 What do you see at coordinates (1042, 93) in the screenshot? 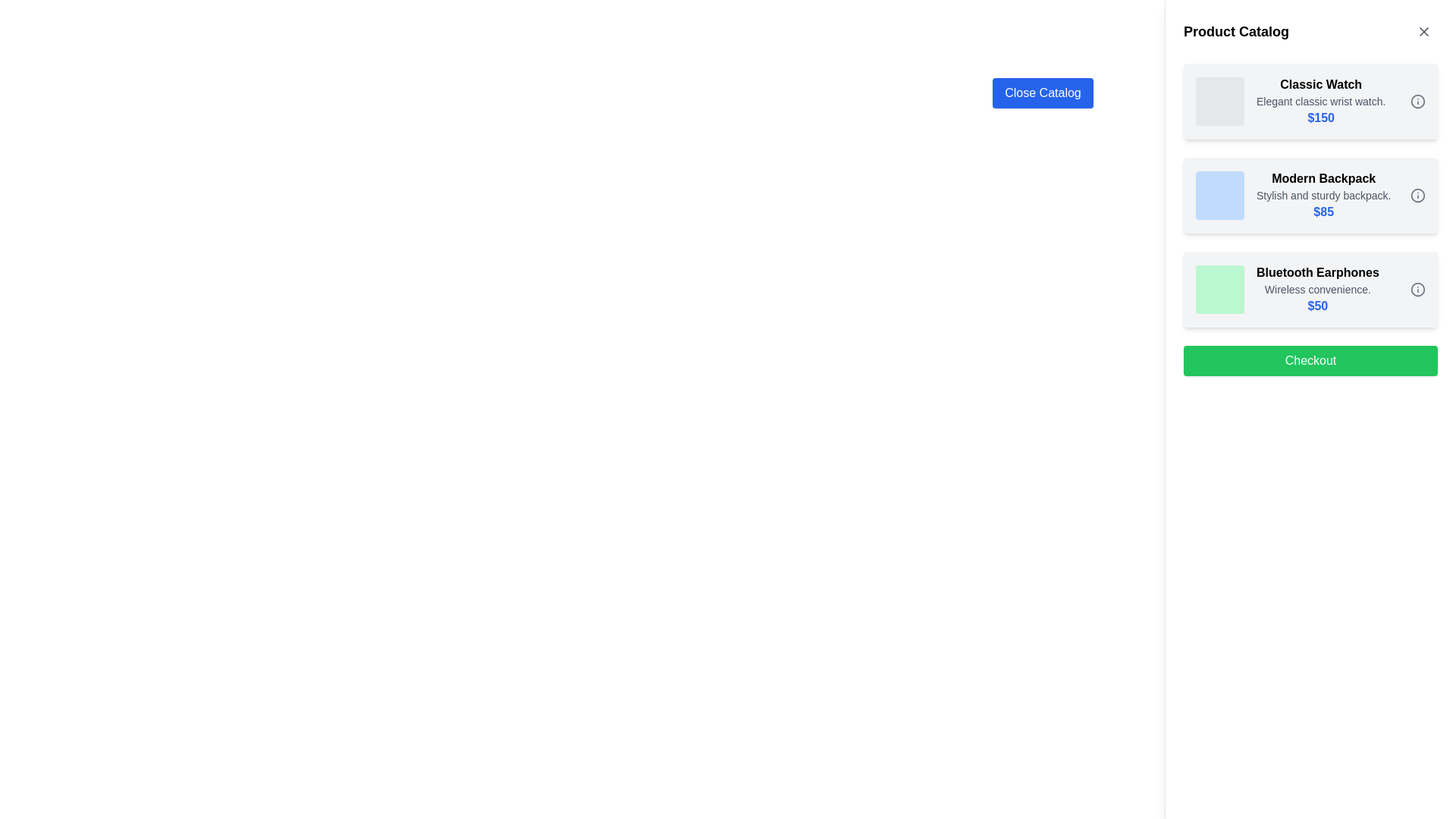
I see `the blue button labeled 'Close Catalog' located near the top of the right-side panel` at bounding box center [1042, 93].